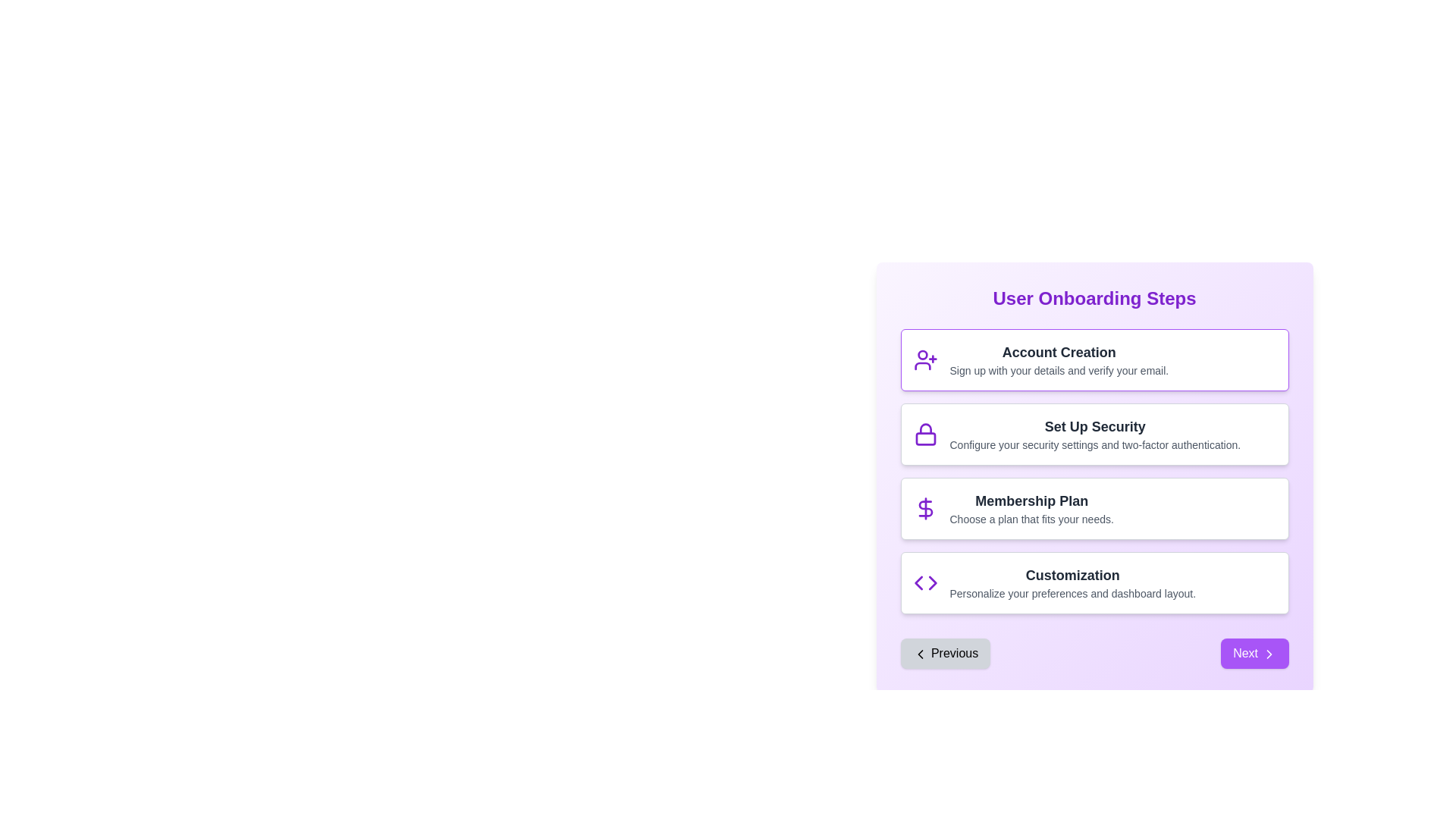 This screenshot has width=1456, height=819. Describe the element at coordinates (924, 435) in the screenshot. I see `the lock icon representing the 'Set Up Security' step in the user onboarding process, which is located to the left of the text 'Set Up Security'` at that location.